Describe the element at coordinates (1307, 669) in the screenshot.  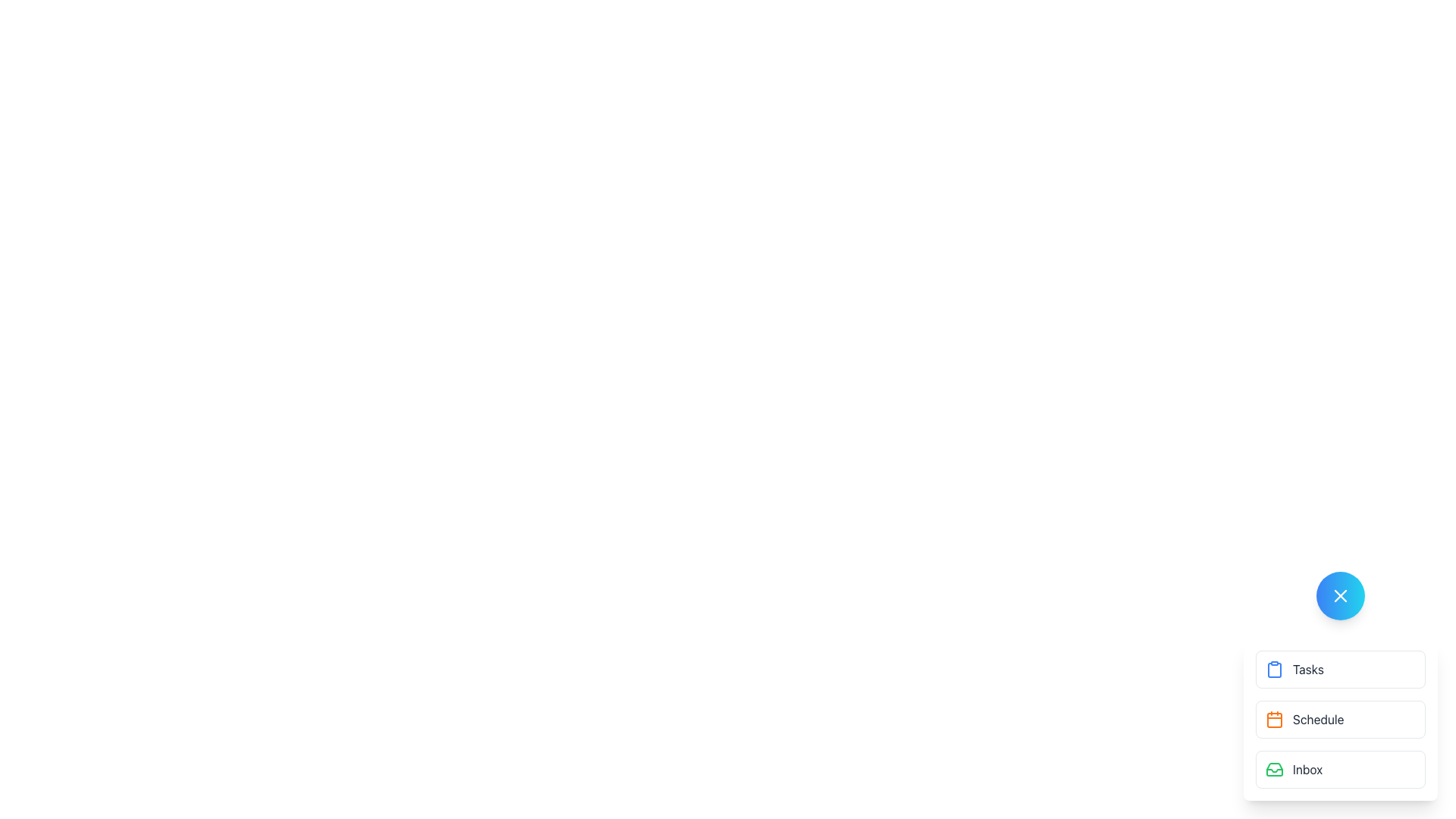
I see `the 'Tasks' text label` at that location.